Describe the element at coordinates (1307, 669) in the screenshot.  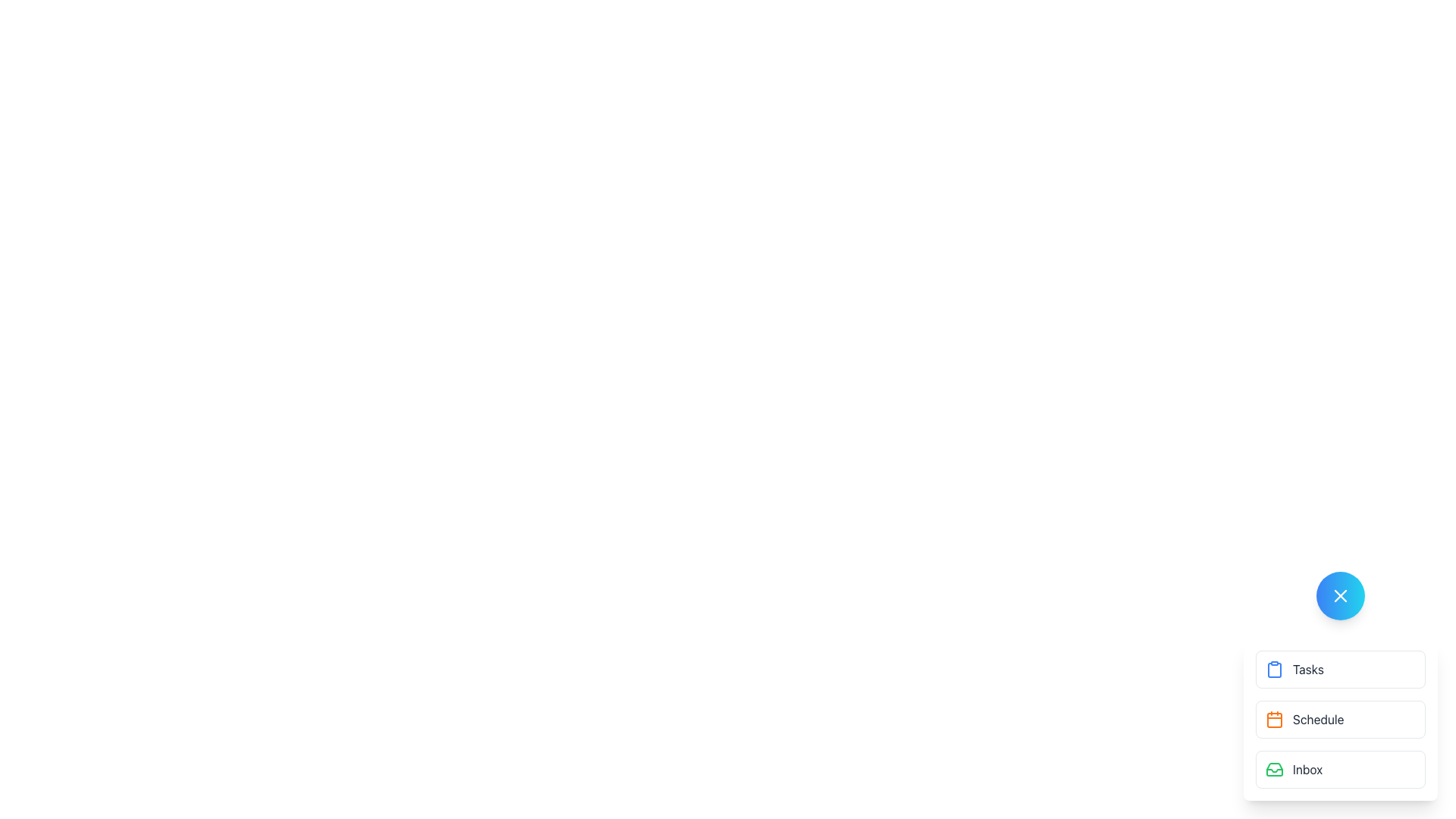
I see `the 'Tasks' text label` at that location.